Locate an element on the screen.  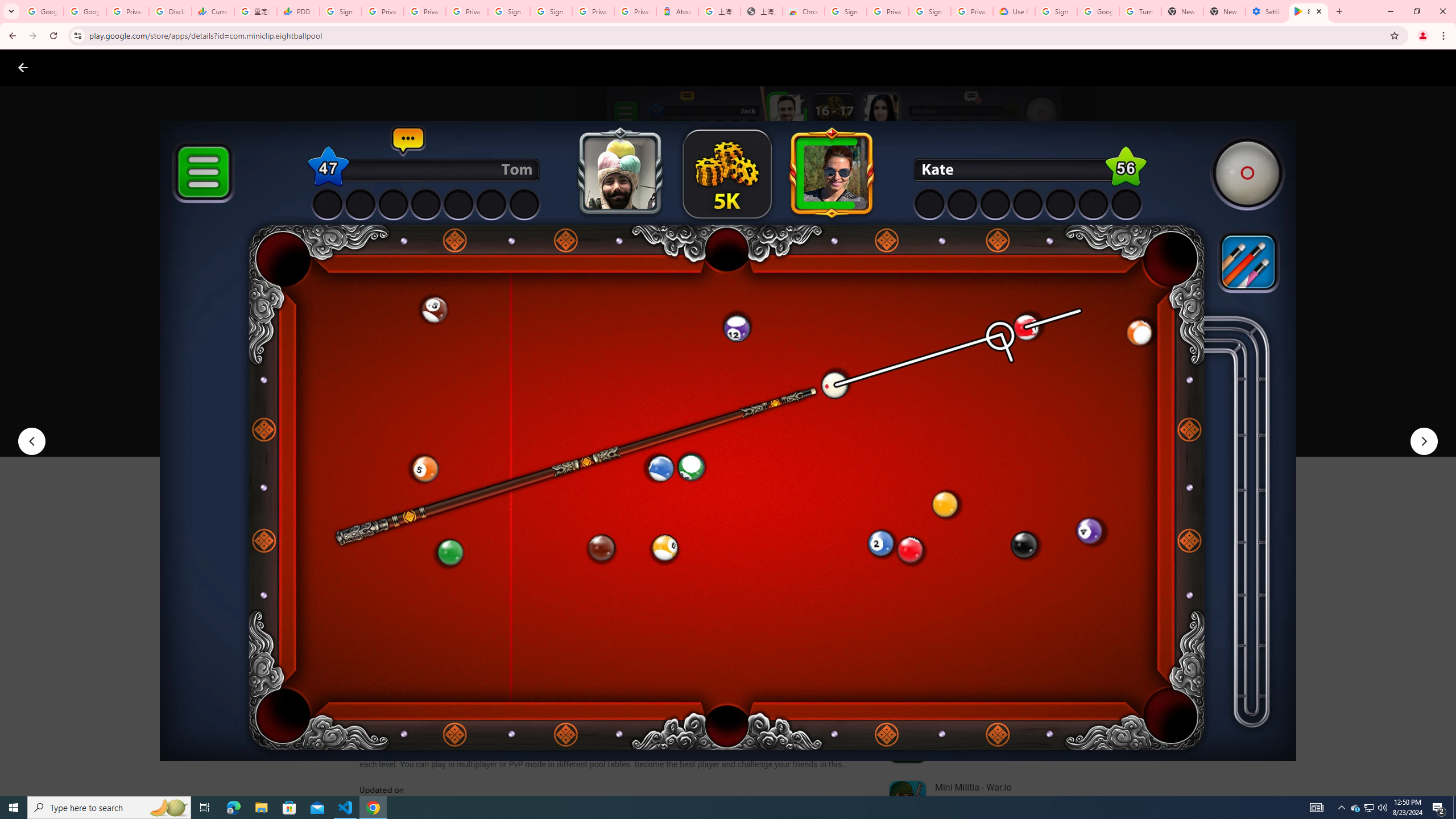
'New Tab' is located at coordinates (1224, 11).